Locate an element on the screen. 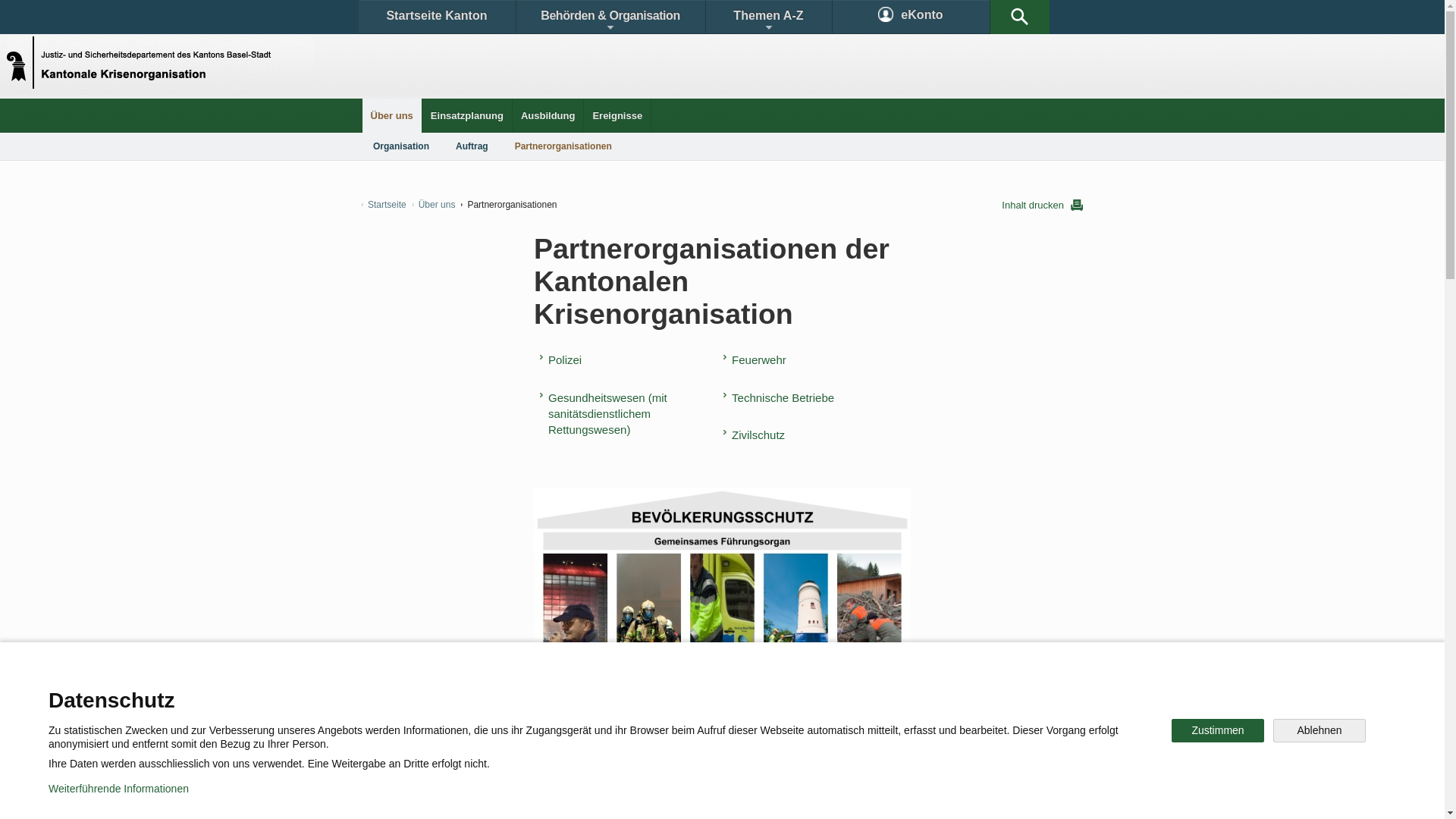 The image size is (1456, 819). 'Technische Betriebe' is located at coordinates (723, 397).